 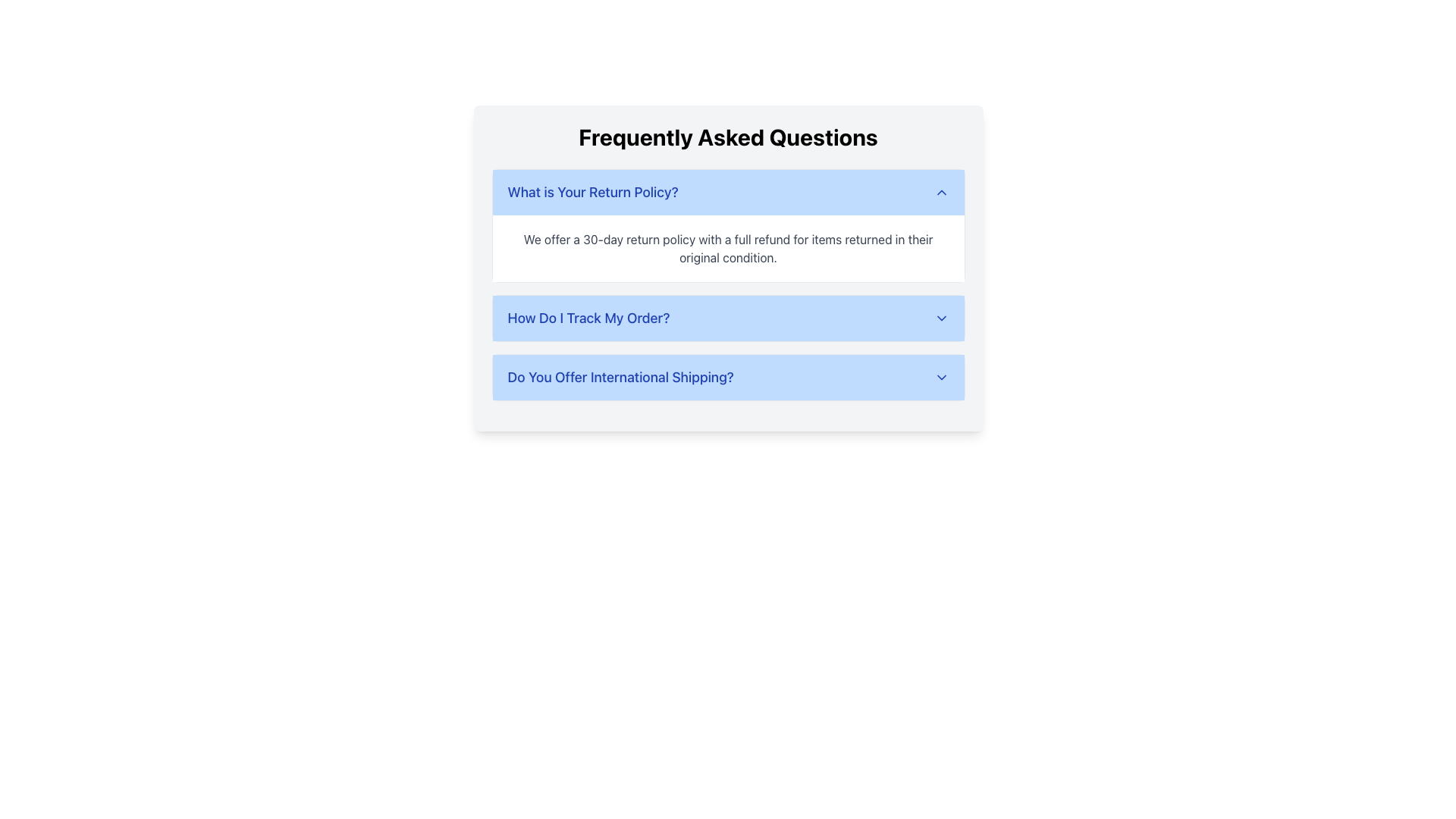 I want to click on the first Accordion content section of the FAQ element, so click(x=728, y=268).